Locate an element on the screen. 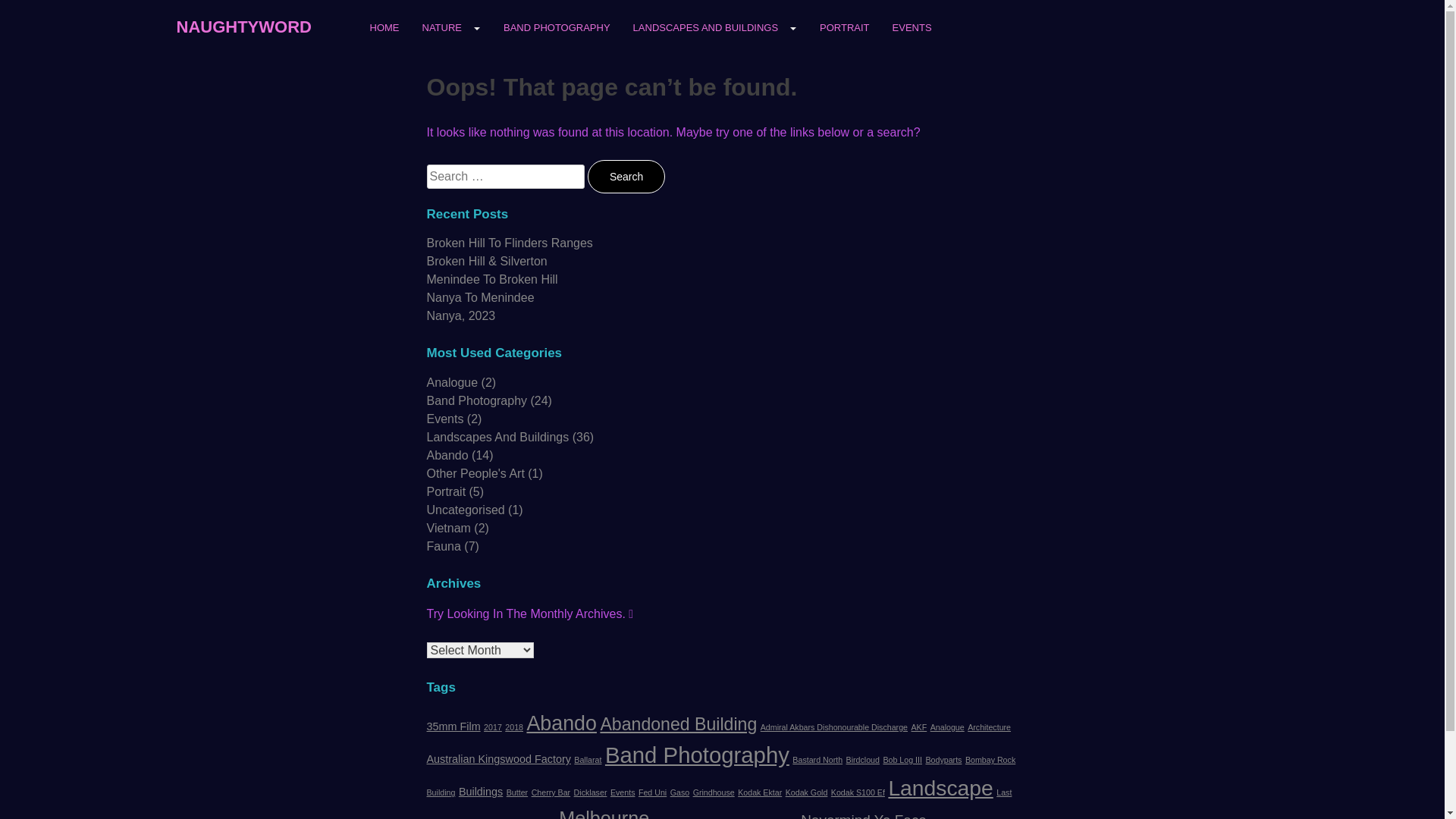 Image resolution: width=1456 pixels, height=819 pixels. 'Band Photography' is located at coordinates (475, 400).